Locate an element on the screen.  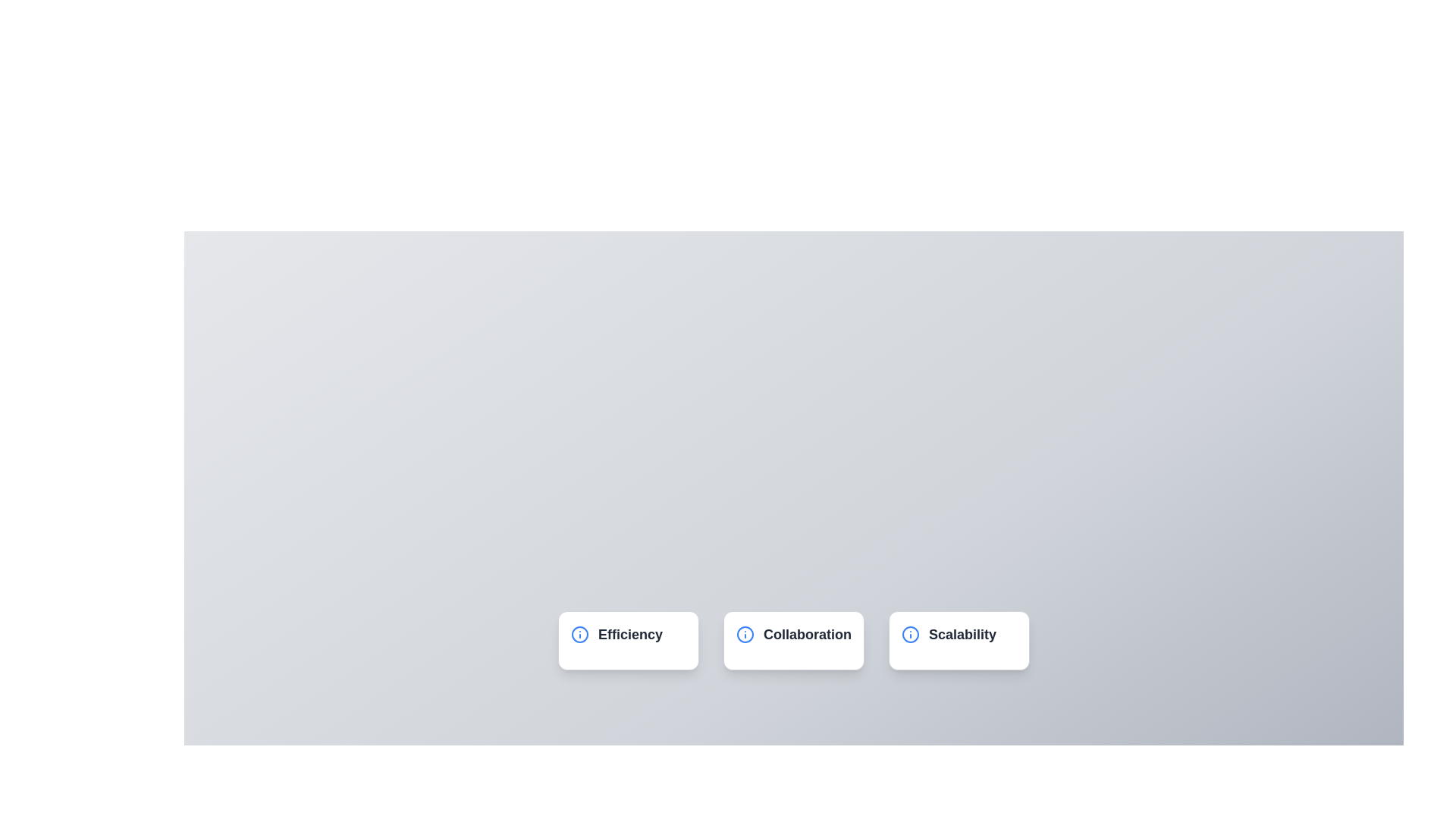
the 'Collaboration' button, which features a circular blue icon with an 'i' and bold text is located at coordinates (792, 635).